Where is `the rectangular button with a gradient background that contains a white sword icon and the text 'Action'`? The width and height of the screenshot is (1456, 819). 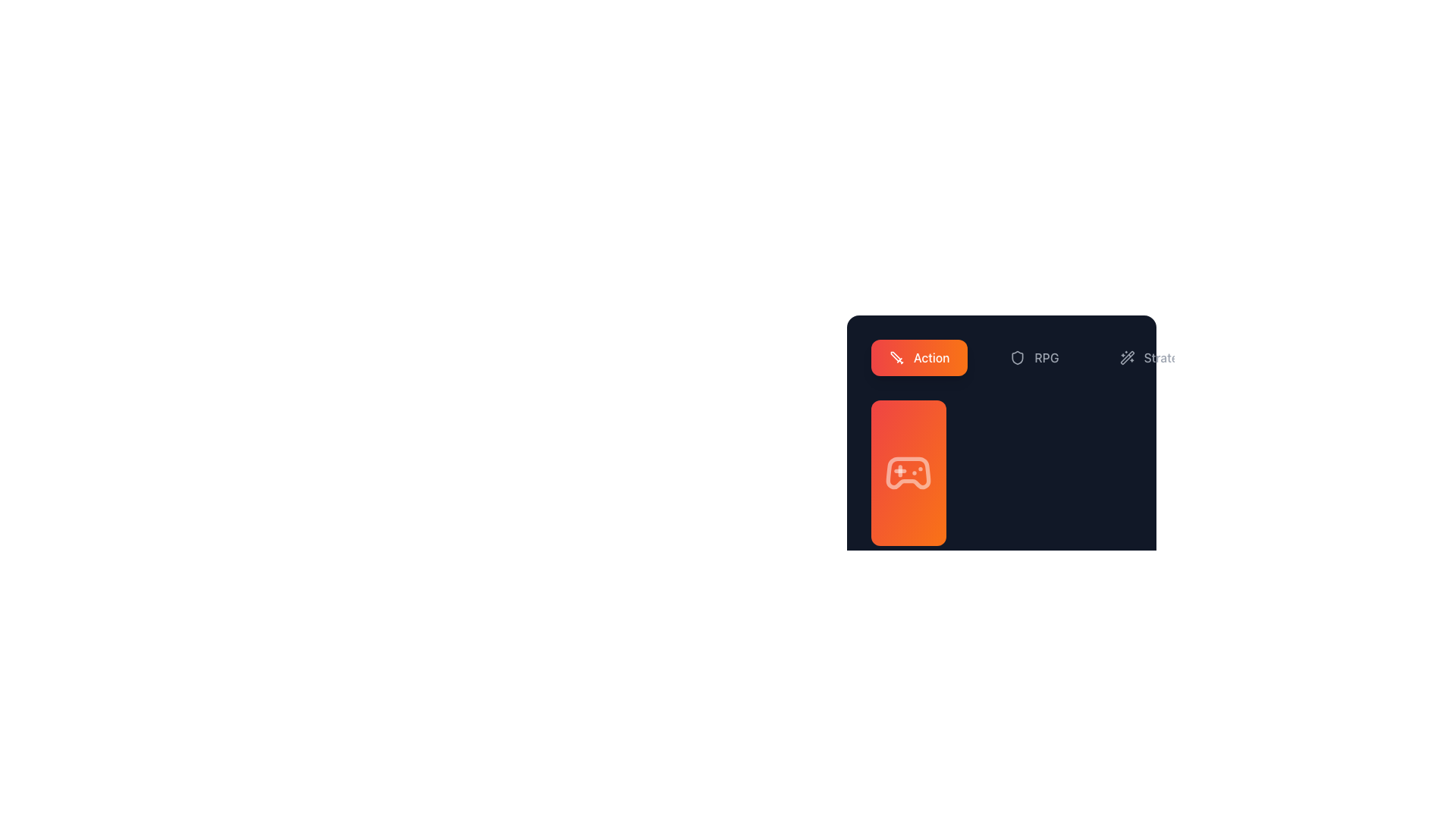 the rectangular button with a gradient background that contains a white sword icon and the text 'Action' is located at coordinates (918, 357).